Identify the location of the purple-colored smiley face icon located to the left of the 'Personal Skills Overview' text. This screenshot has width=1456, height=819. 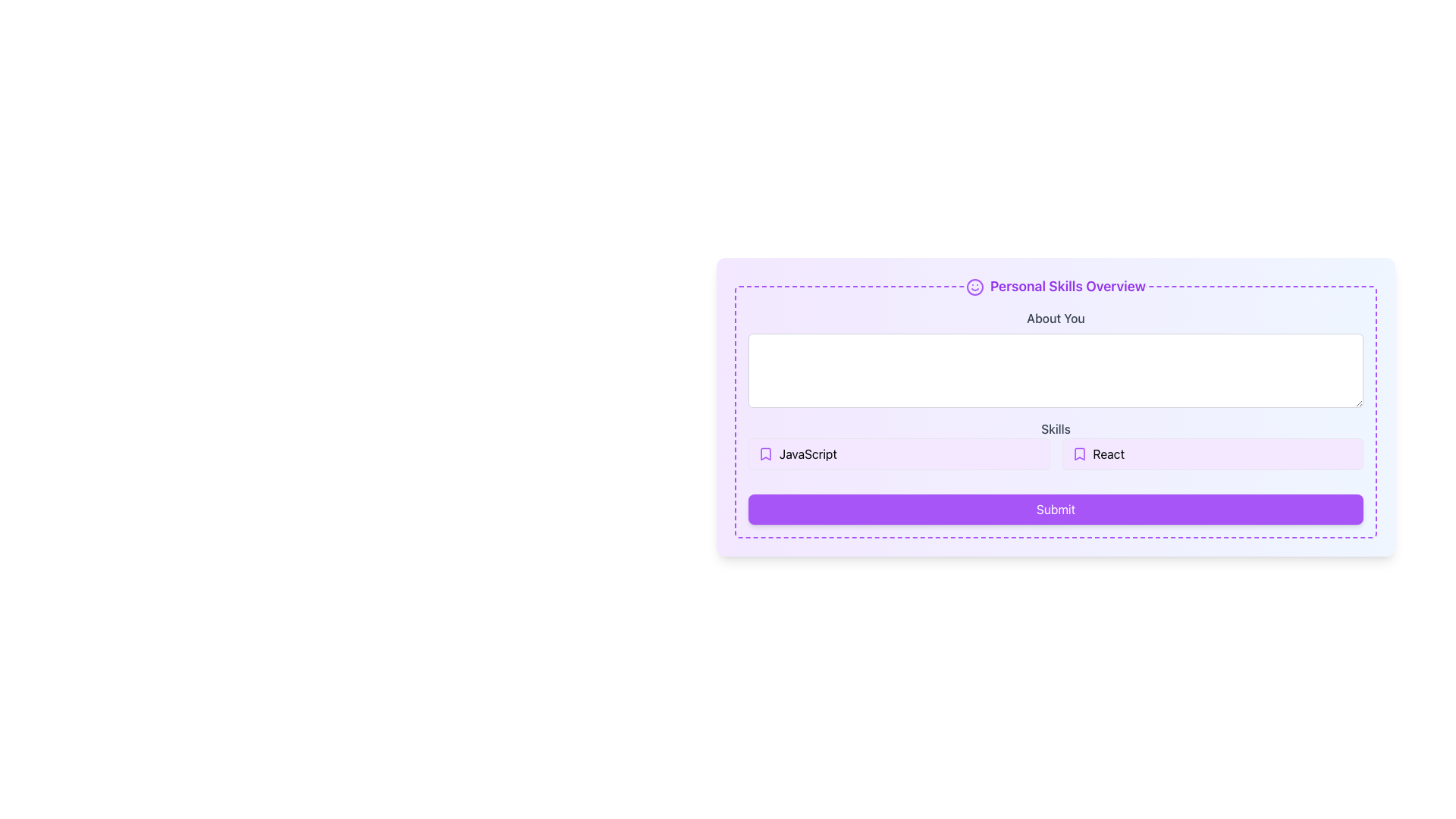
(975, 287).